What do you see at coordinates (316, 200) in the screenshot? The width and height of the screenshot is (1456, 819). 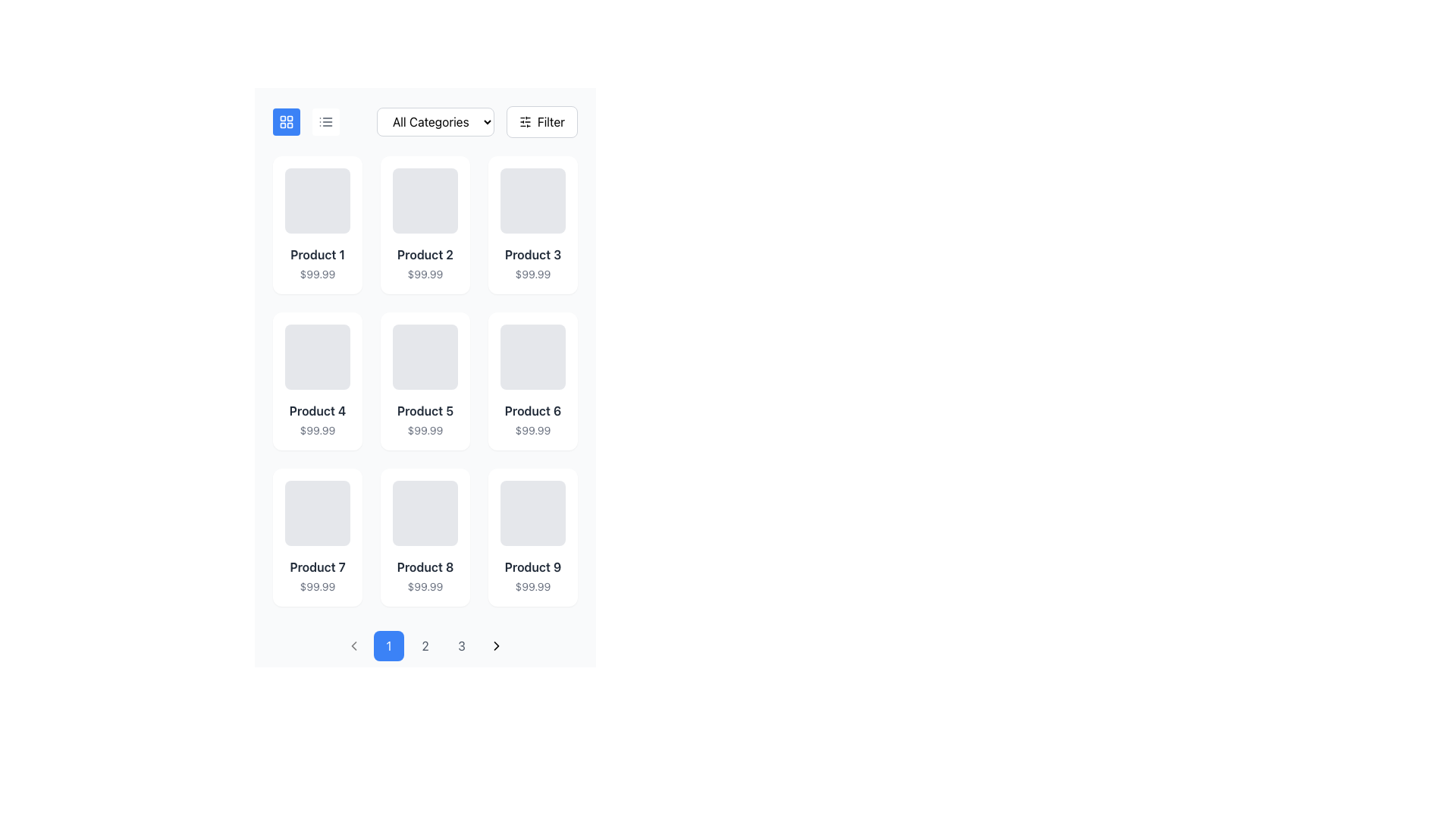 I see `the Placeholder box for 'Product 1', which is located at the top of the first column in the product listing layout` at bounding box center [316, 200].